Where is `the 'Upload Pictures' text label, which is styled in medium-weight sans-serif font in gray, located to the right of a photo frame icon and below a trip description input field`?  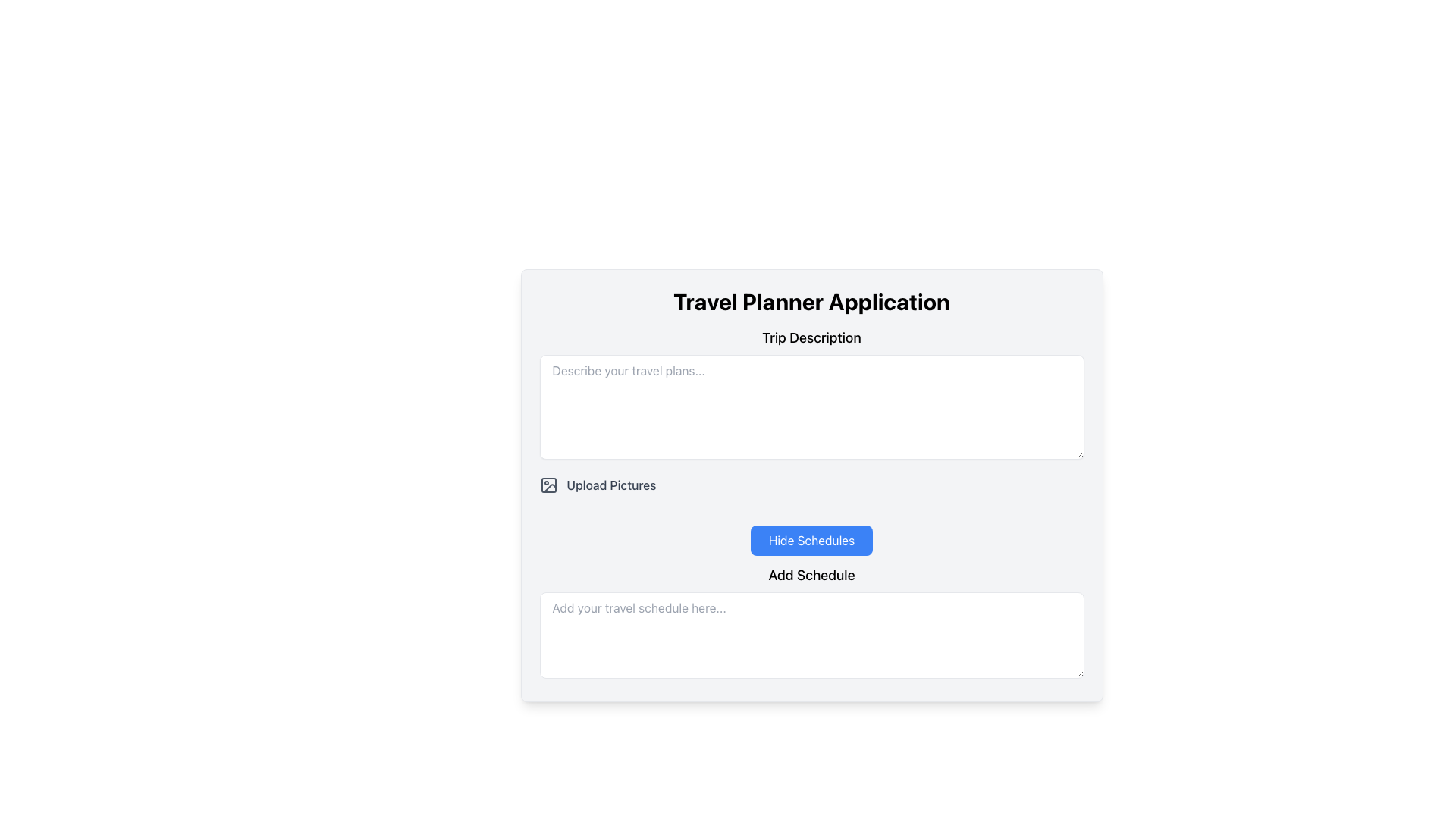 the 'Upload Pictures' text label, which is styled in medium-weight sans-serif font in gray, located to the right of a photo frame icon and below a trip description input field is located at coordinates (611, 485).